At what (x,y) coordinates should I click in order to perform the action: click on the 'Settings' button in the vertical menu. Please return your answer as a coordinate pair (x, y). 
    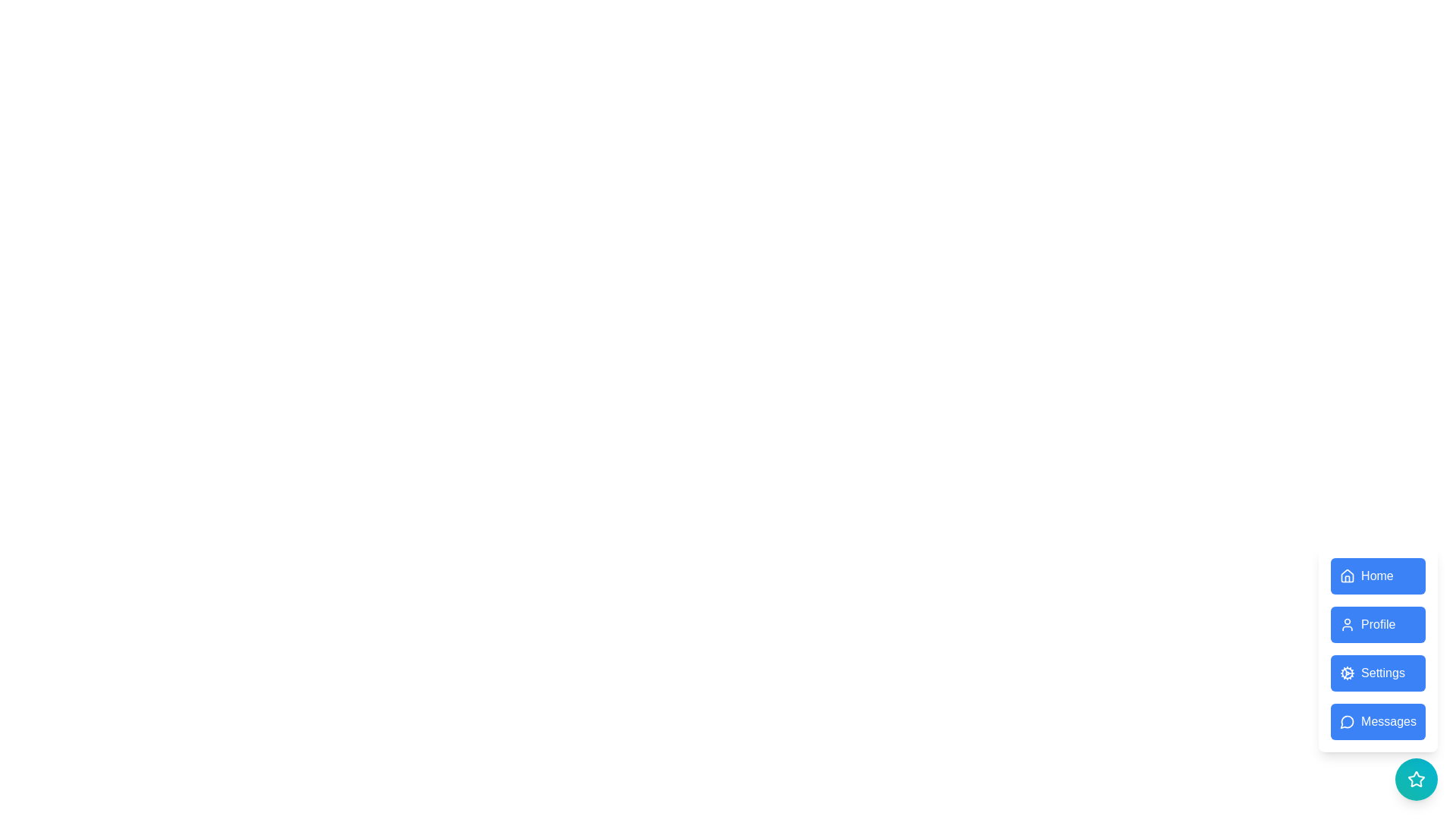
    Looking at the image, I should click on (1378, 648).